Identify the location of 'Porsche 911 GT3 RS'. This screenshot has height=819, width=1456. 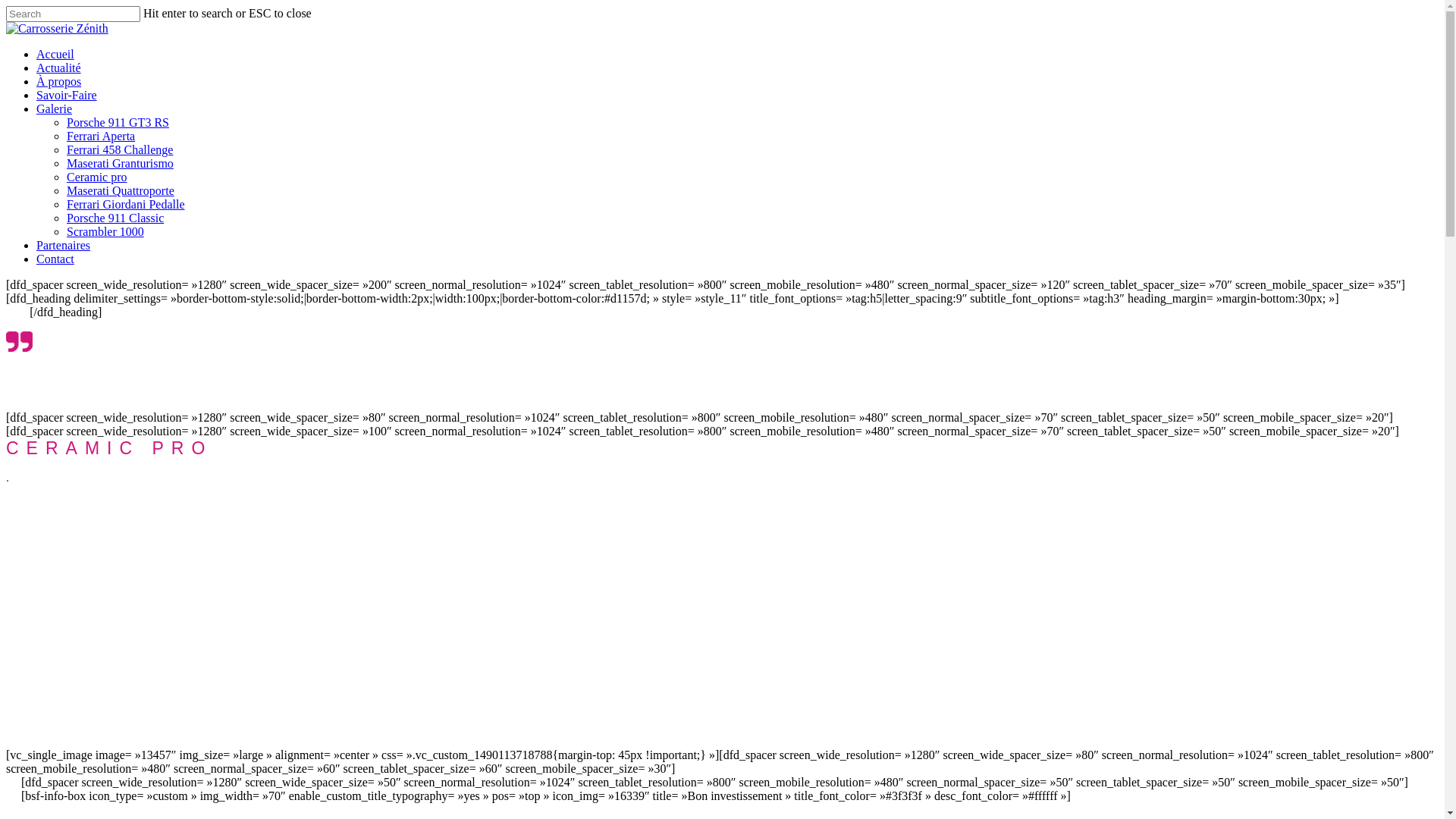
(65, 121).